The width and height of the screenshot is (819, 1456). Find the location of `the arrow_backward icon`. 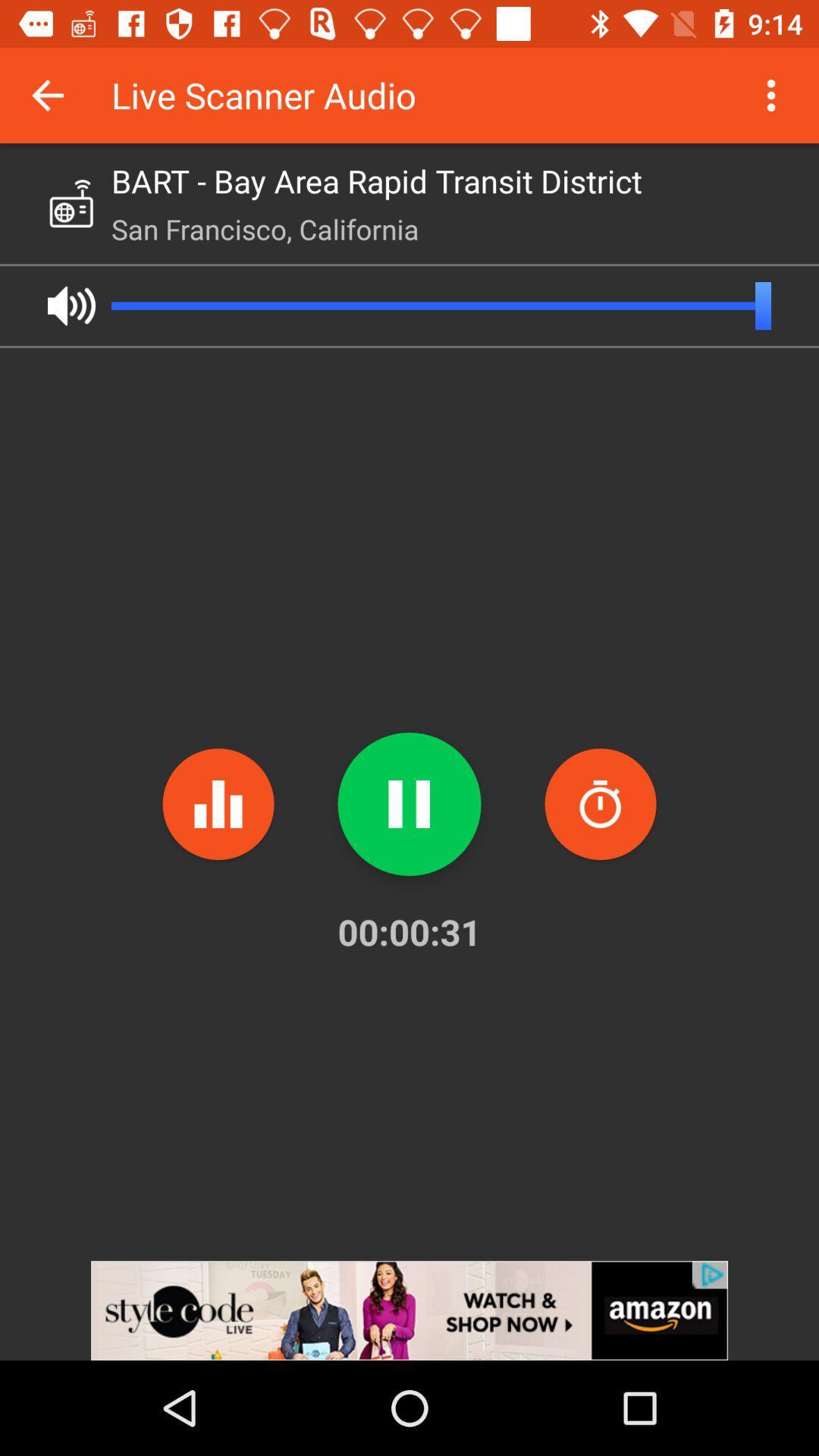

the arrow_backward icon is located at coordinates (46, 94).